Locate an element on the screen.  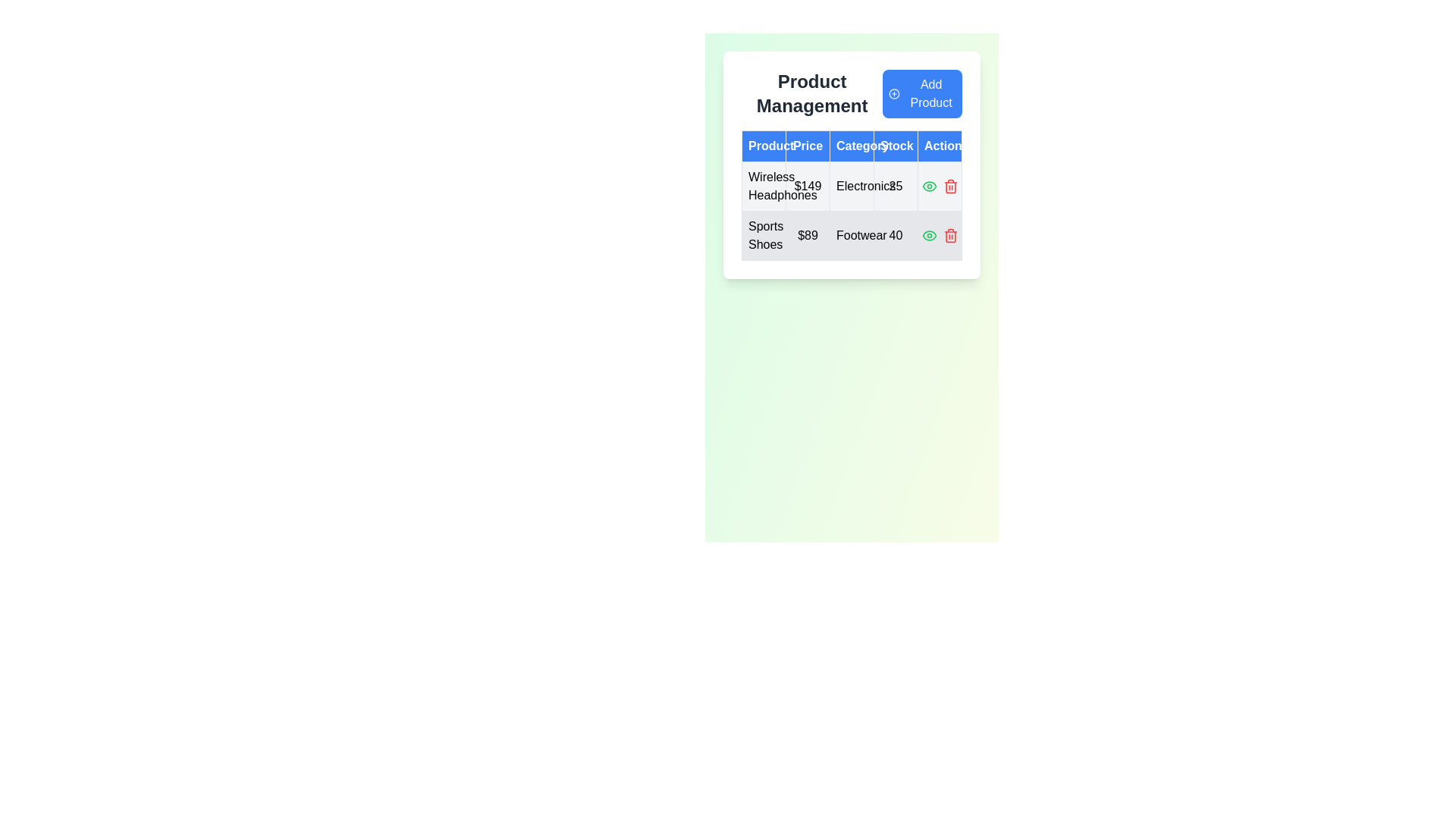
the contents of the text label displaying 'Product' in white font on a blue background, located at the top-left corner of the headers in the table is located at coordinates (764, 146).